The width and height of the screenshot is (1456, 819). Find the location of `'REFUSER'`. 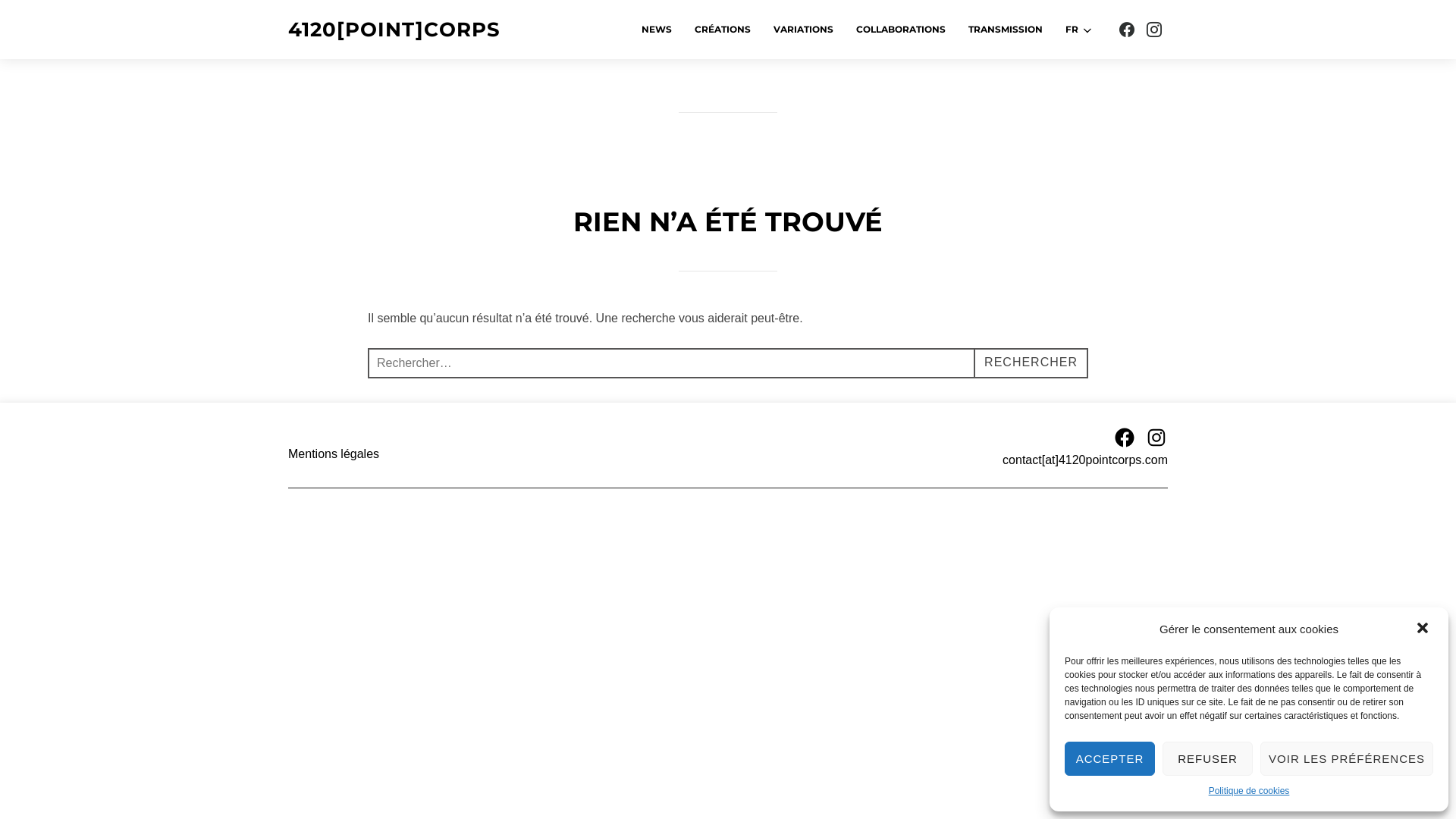

'REFUSER' is located at coordinates (1207, 758).